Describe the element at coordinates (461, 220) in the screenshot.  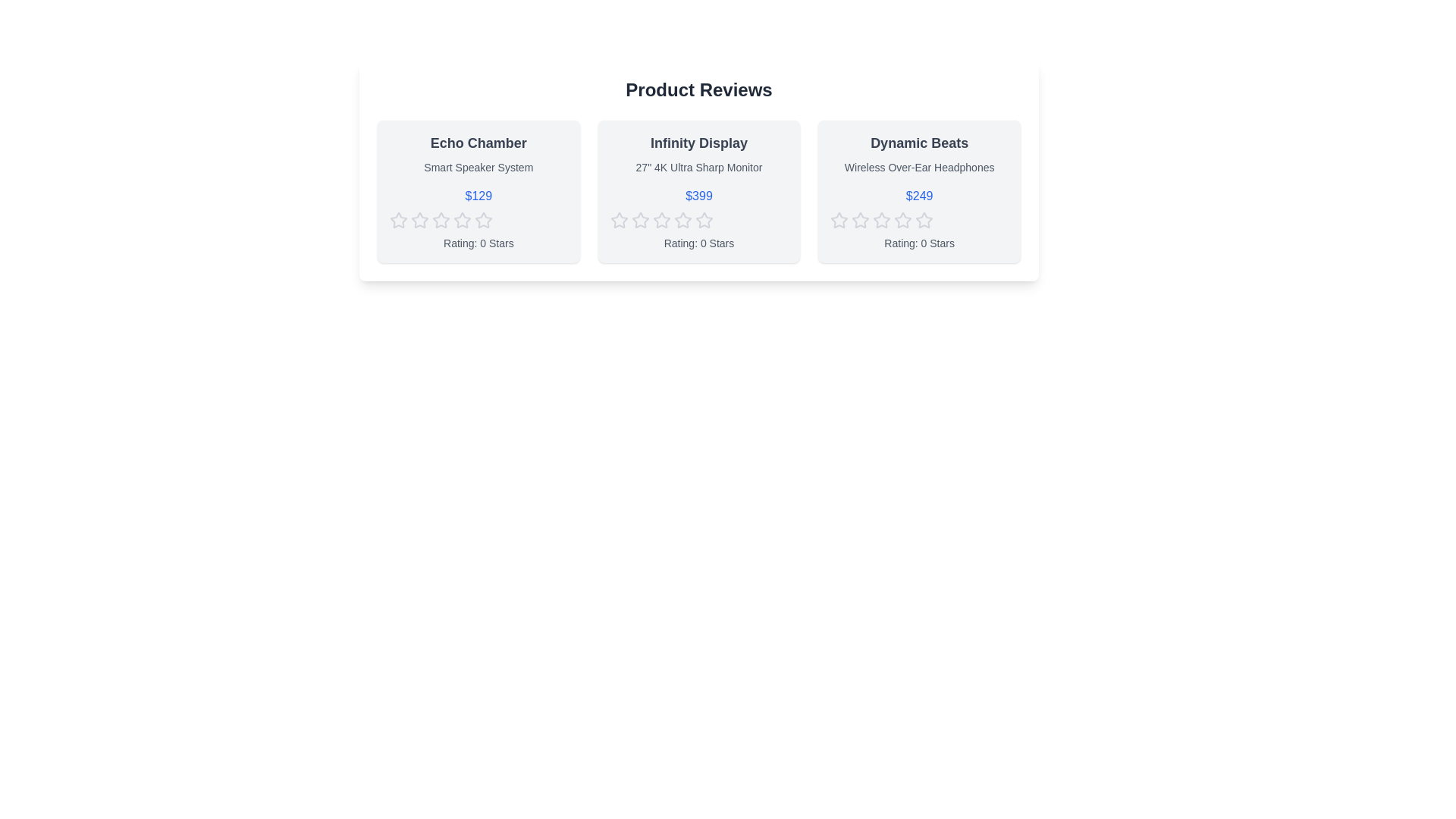
I see `the fifth star icon in the rating component to rate the product 'Echo Chamber'` at that location.